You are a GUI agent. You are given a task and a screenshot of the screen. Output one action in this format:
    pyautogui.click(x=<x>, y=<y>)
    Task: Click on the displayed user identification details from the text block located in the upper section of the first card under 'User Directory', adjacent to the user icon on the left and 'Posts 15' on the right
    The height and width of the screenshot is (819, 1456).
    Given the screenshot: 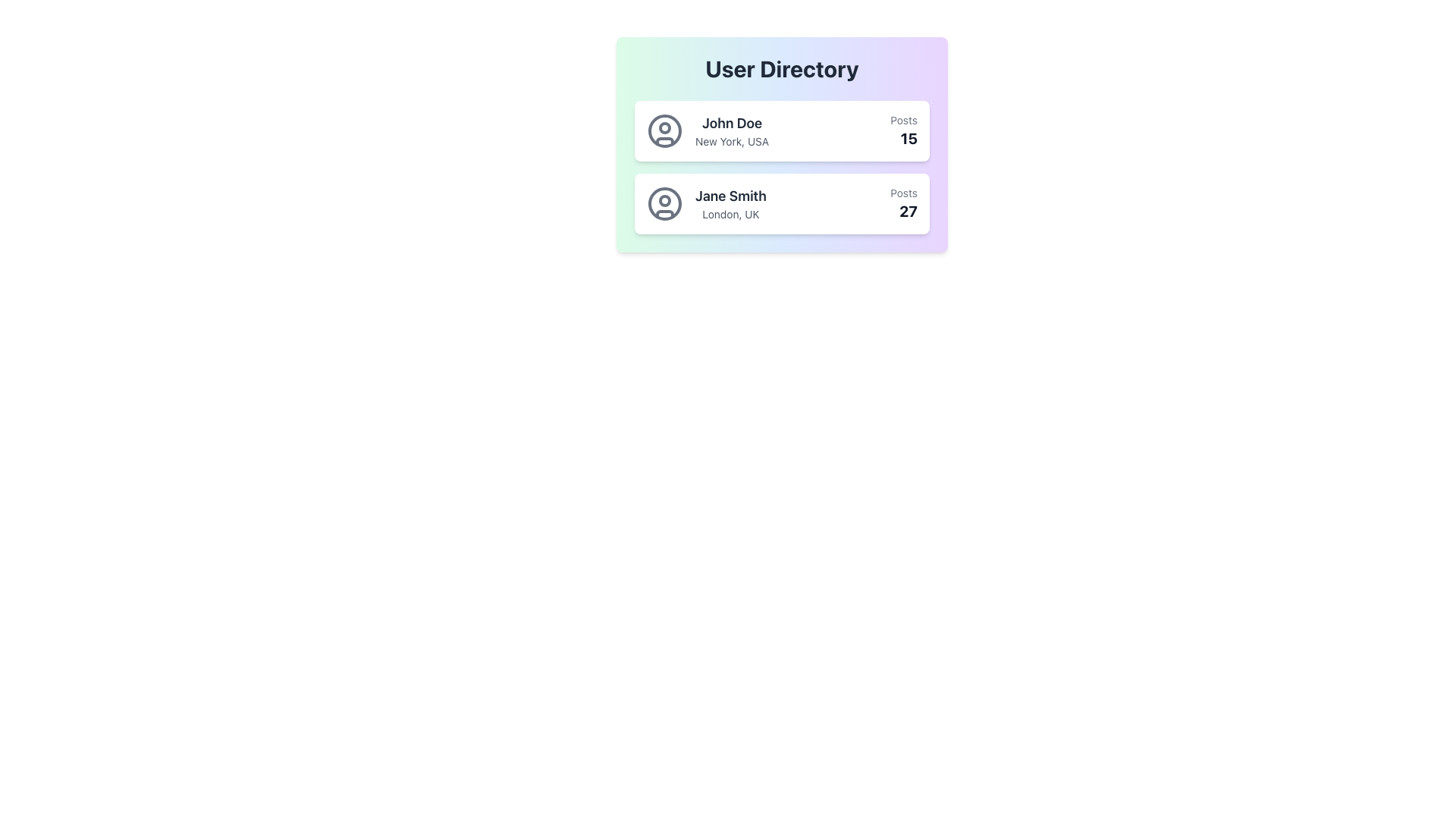 What is the action you would take?
    pyautogui.click(x=732, y=130)
    